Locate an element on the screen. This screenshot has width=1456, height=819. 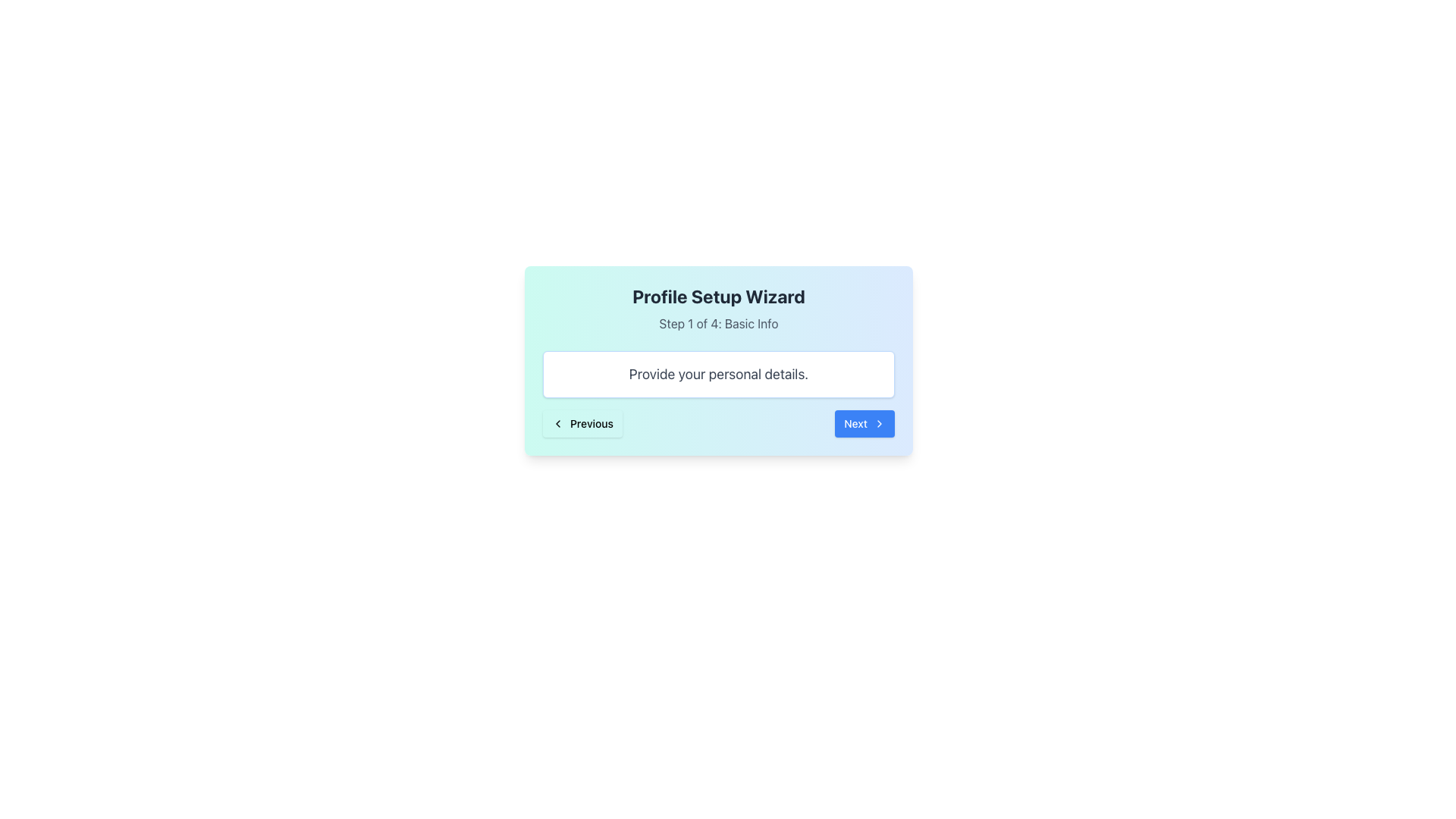
the informational Text Label that prompts the user during the profile setup process, positioned below 'Profile Setup Wizard' and 'Step 1 of 4: Basic Info.' is located at coordinates (718, 374).